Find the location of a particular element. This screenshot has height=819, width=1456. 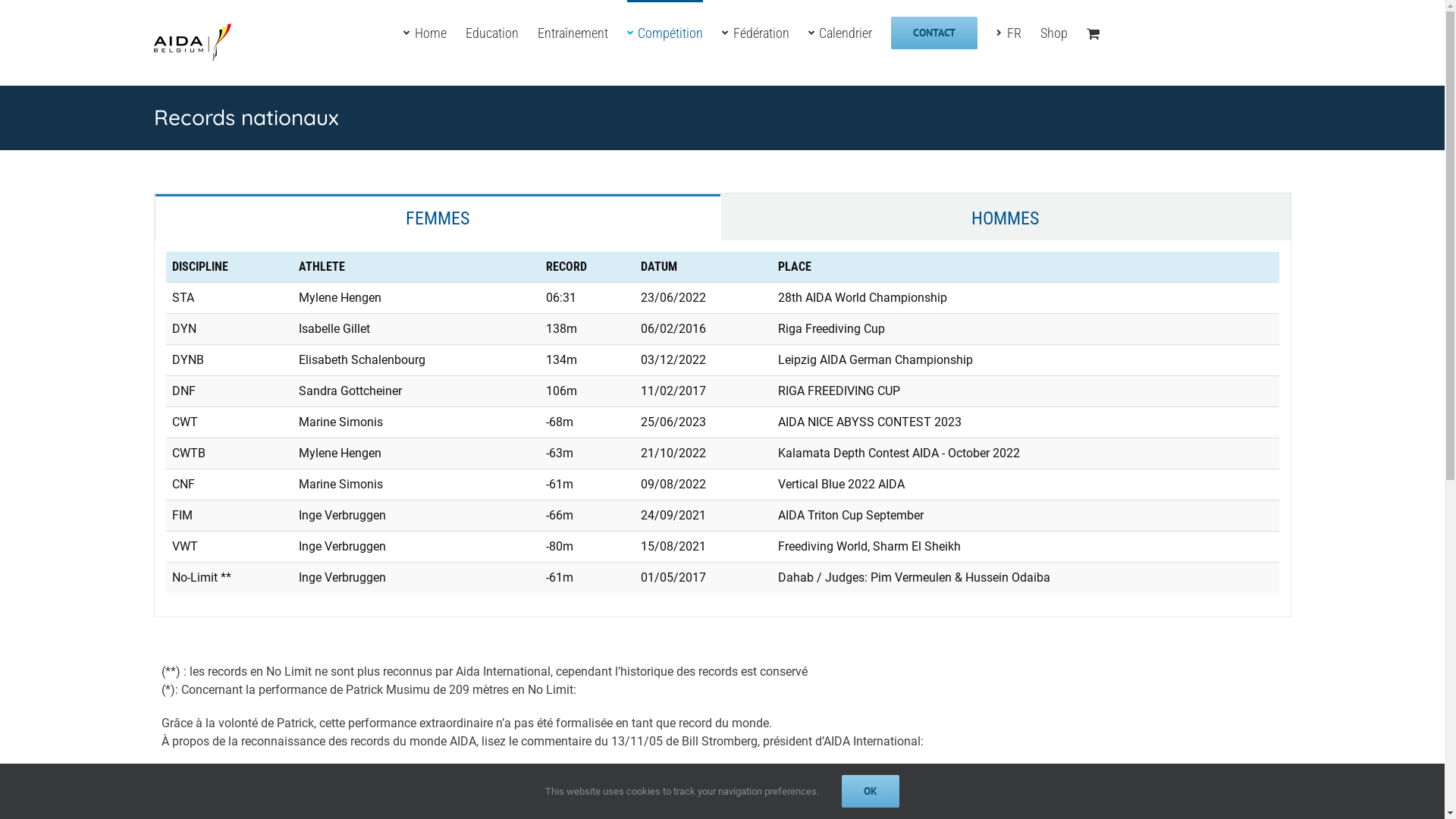

'Education' is located at coordinates (491, 32).